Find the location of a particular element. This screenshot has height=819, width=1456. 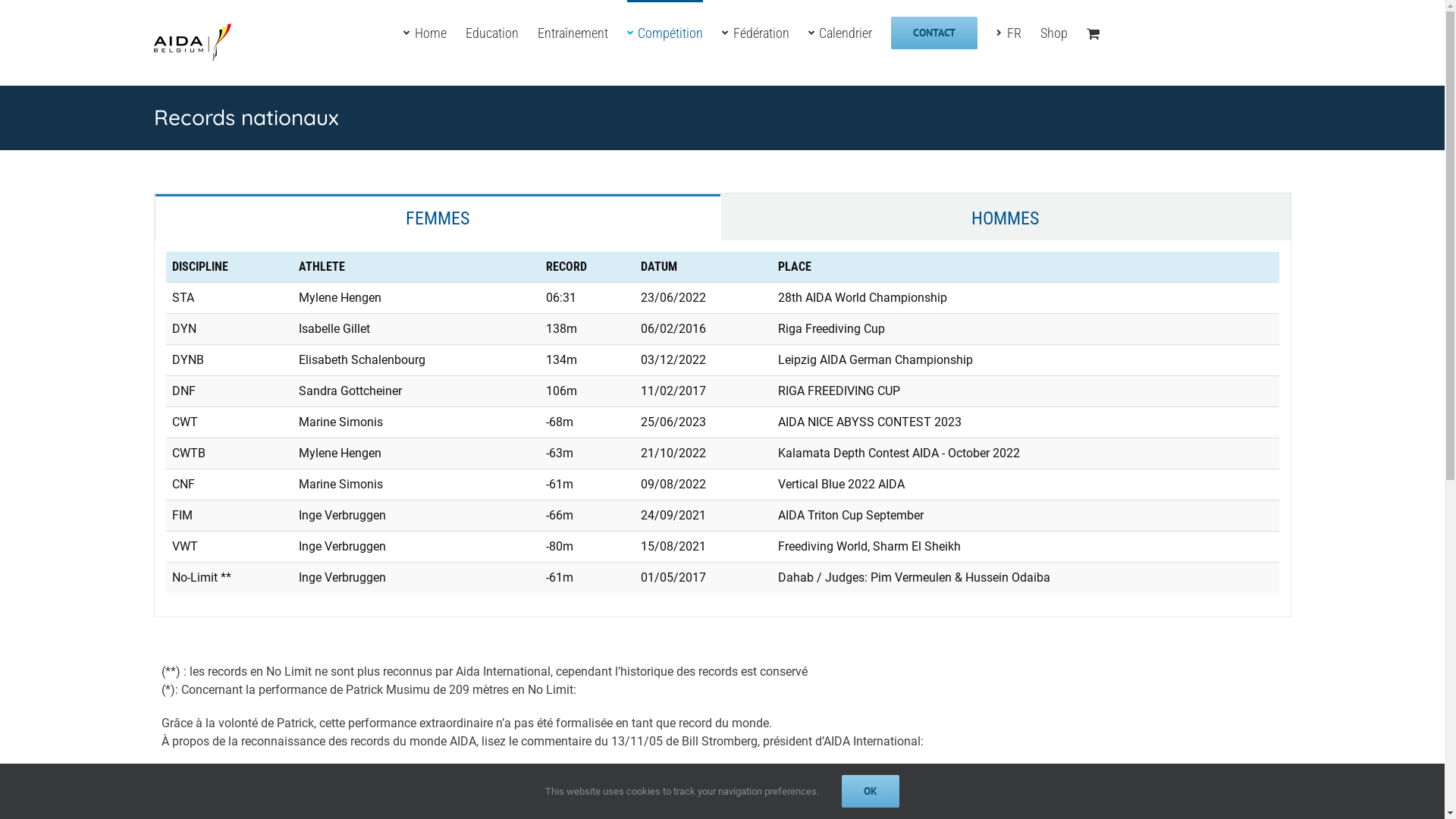

'Education' is located at coordinates (491, 32).